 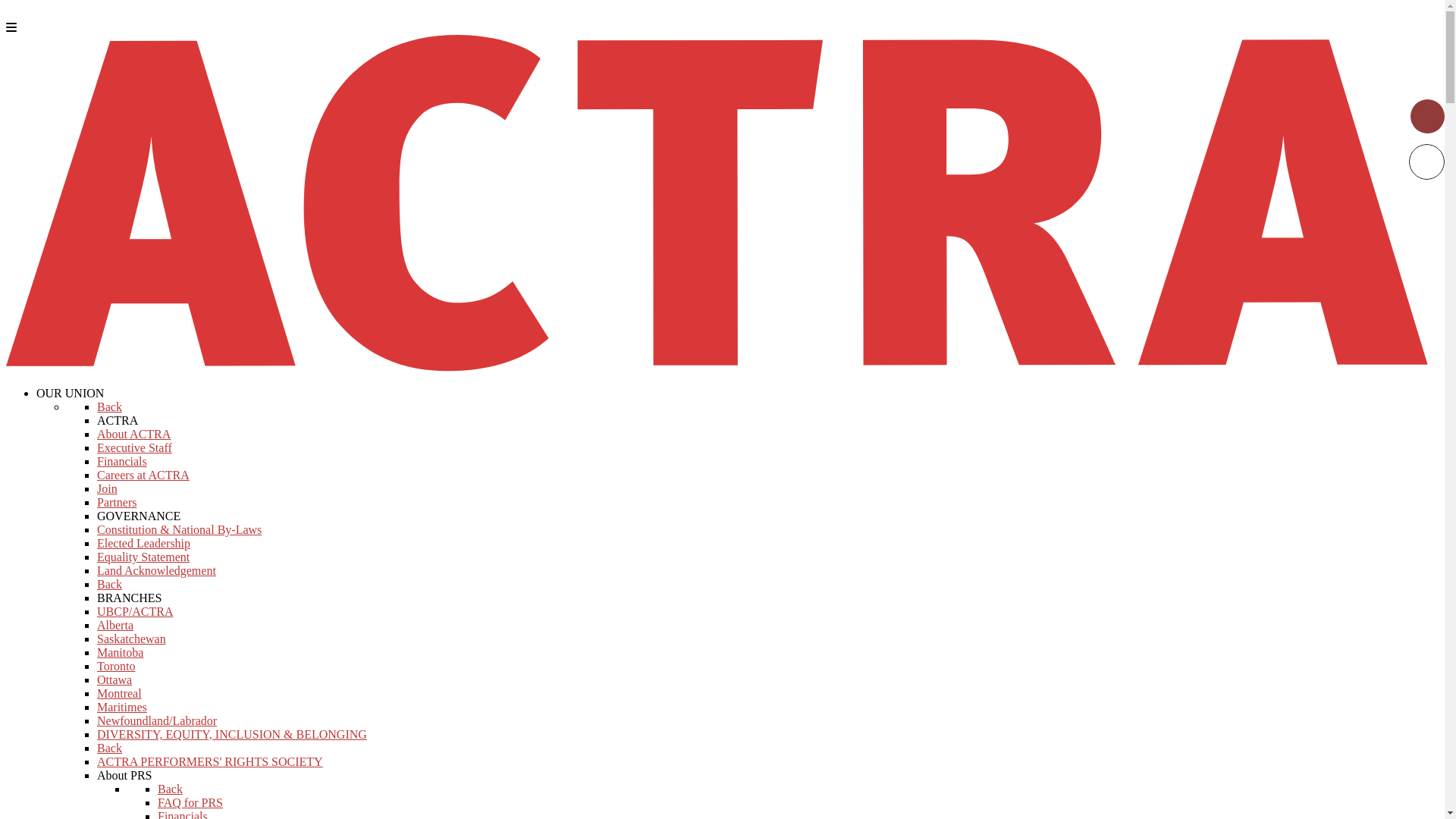 What do you see at coordinates (143, 474) in the screenshot?
I see `'Careers at ACTRA'` at bounding box center [143, 474].